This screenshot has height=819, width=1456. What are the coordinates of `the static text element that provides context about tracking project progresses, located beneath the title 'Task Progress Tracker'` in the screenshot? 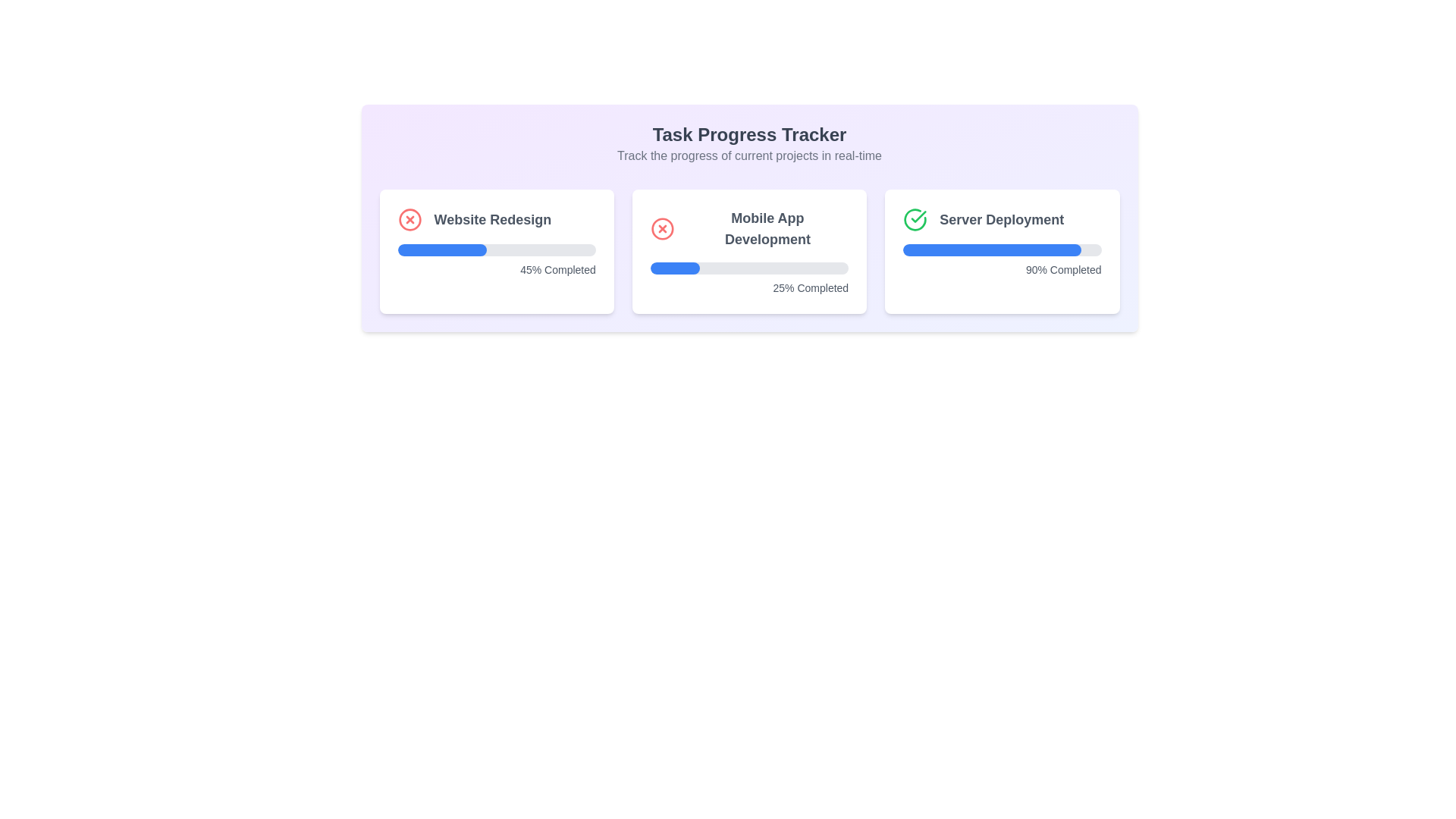 It's located at (749, 155).